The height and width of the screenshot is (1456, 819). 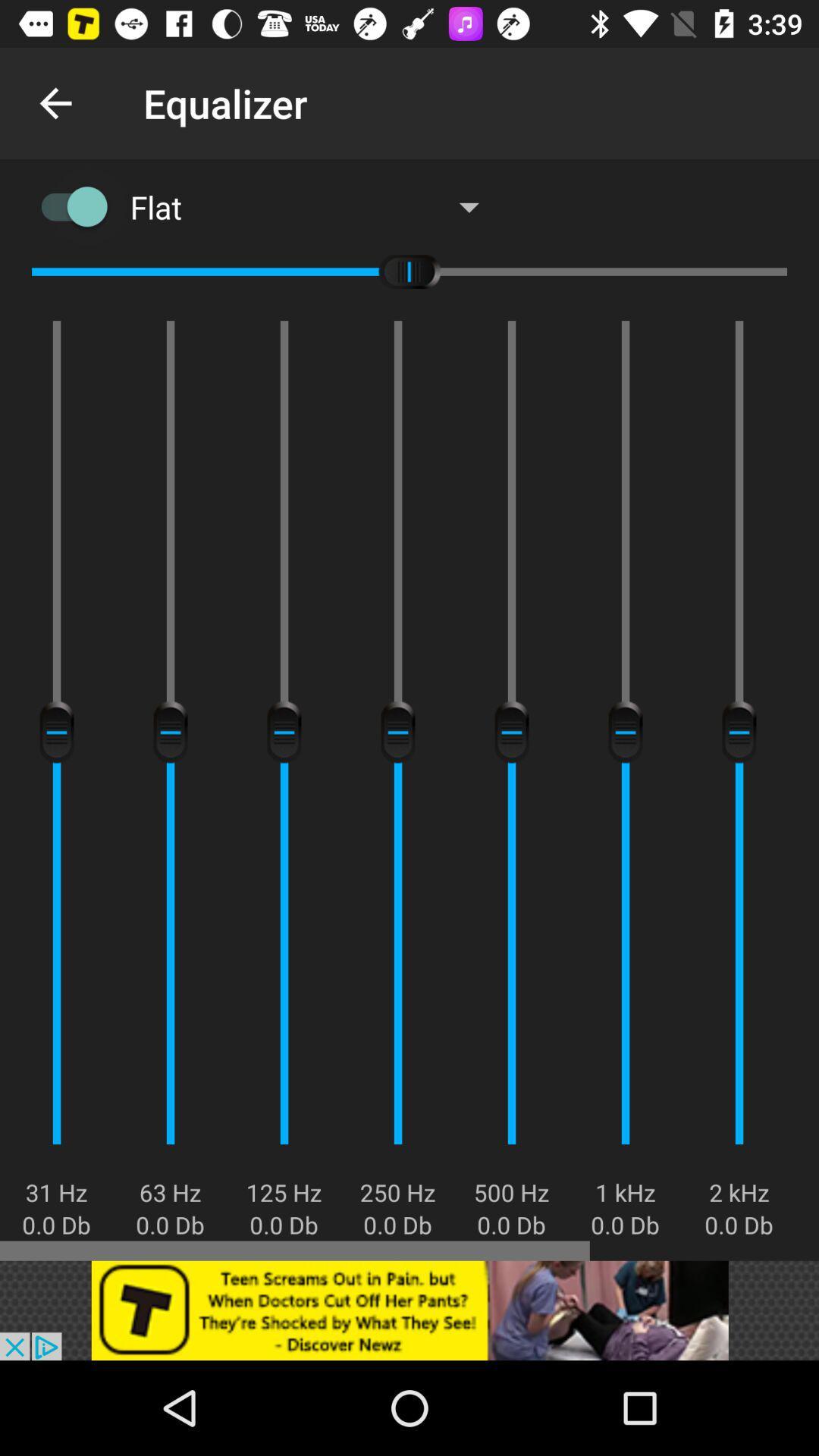 What do you see at coordinates (409, 1310) in the screenshot?
I see `advertisement` at bounding box center [409, 1310].